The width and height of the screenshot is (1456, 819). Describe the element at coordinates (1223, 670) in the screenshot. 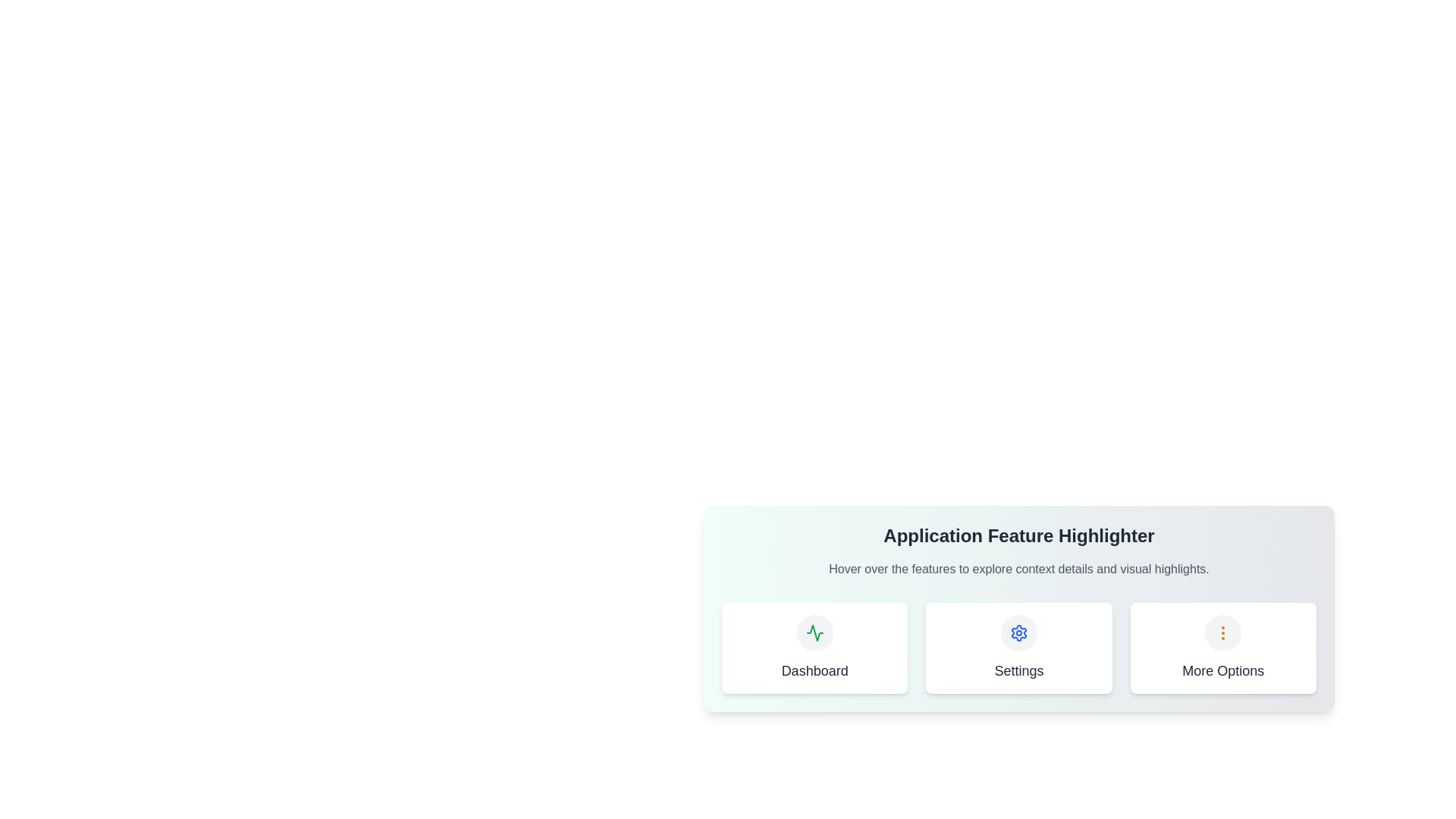

I see `the label that serves as a descriptive title for additional tools or administrative functionality, located within the rectangular card on the right side of the three-card group in the bottom-right section of the UI` at that location.